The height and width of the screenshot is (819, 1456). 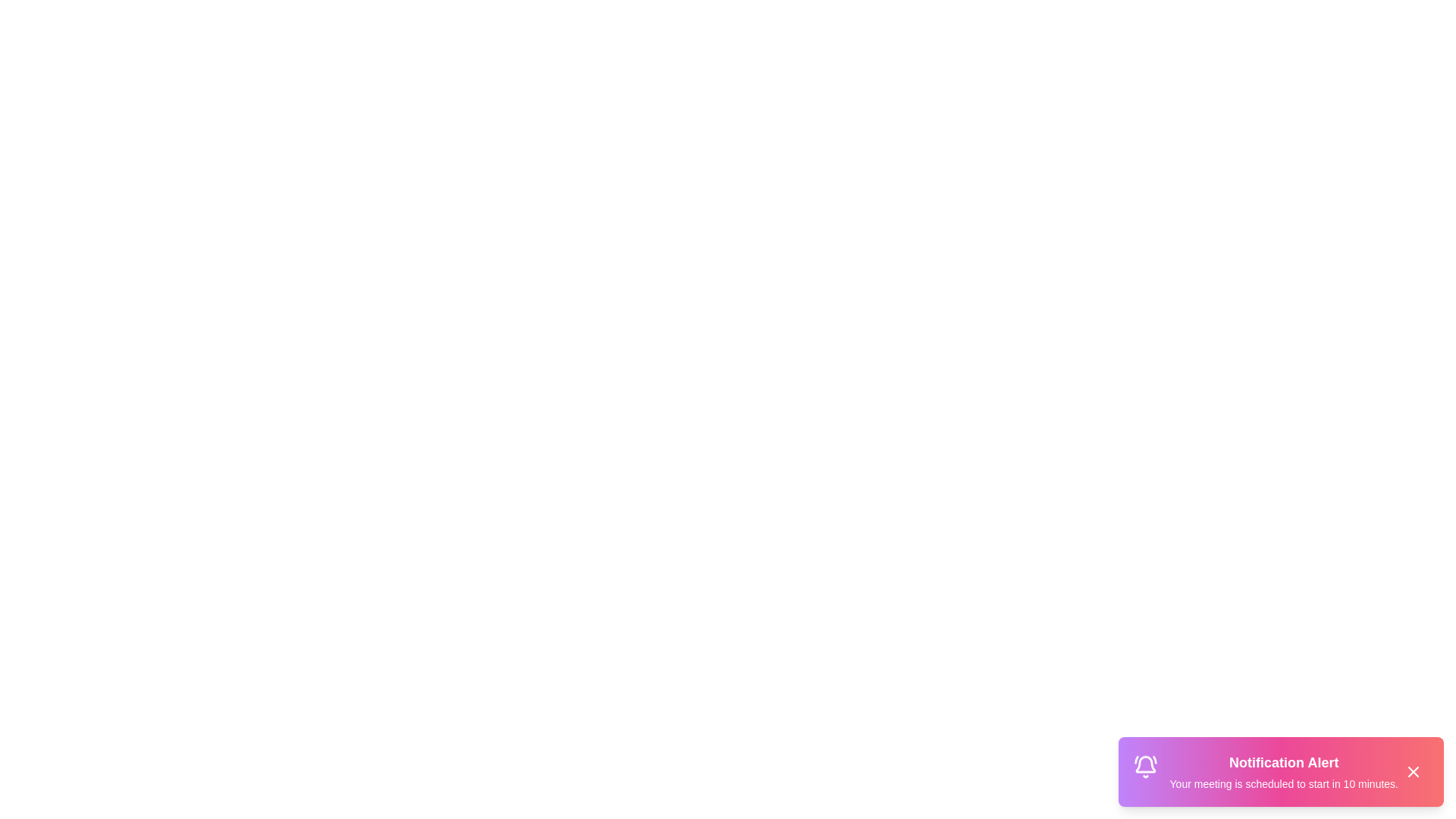 What do you see at coordinates (1145, 769) in the screenshot?
I see `the notification icon to interact with it` at bounding box center [1145, 769].